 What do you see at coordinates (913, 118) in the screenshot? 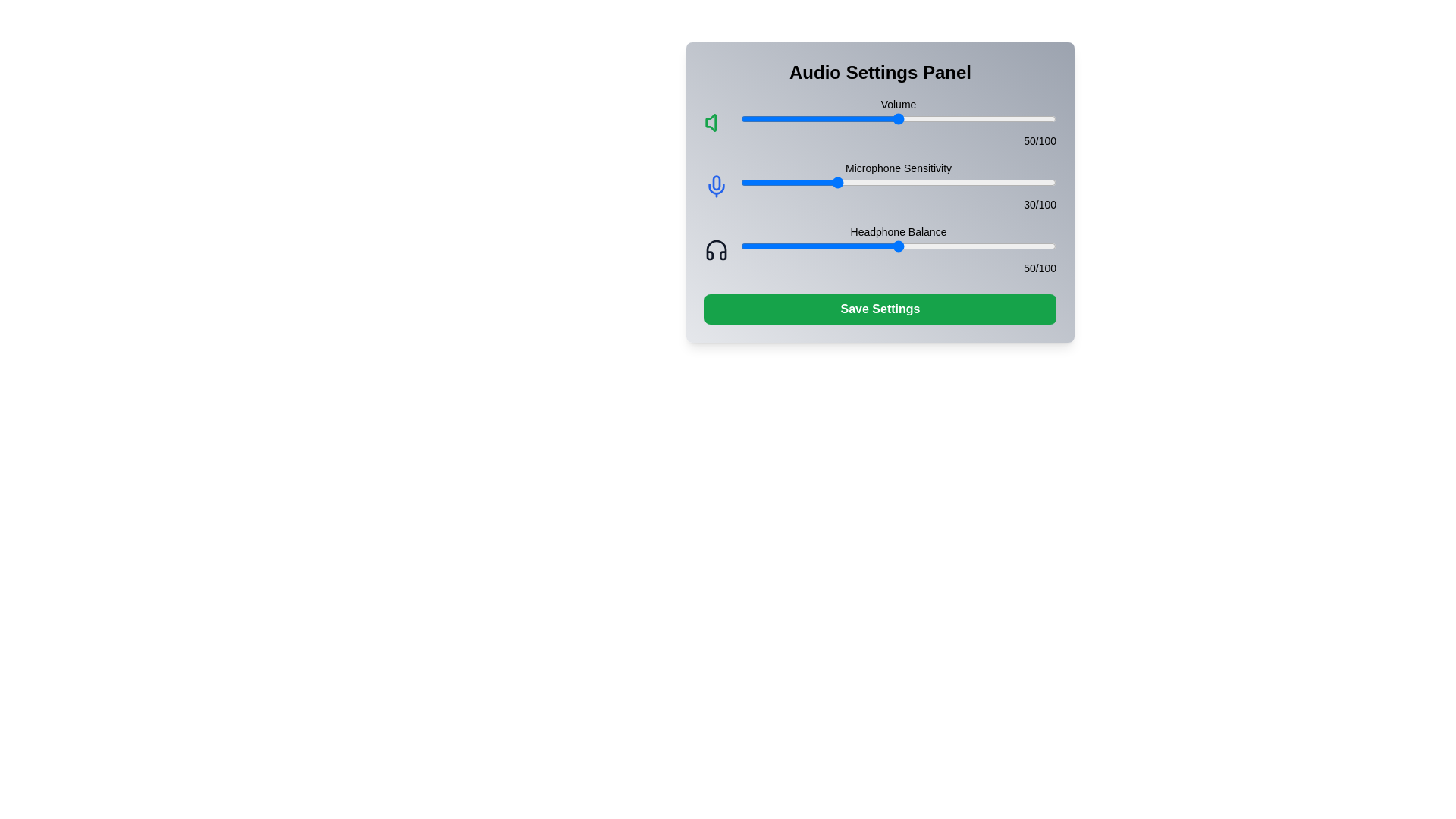
I see `the volume slider` at bounding box center [913, 118].